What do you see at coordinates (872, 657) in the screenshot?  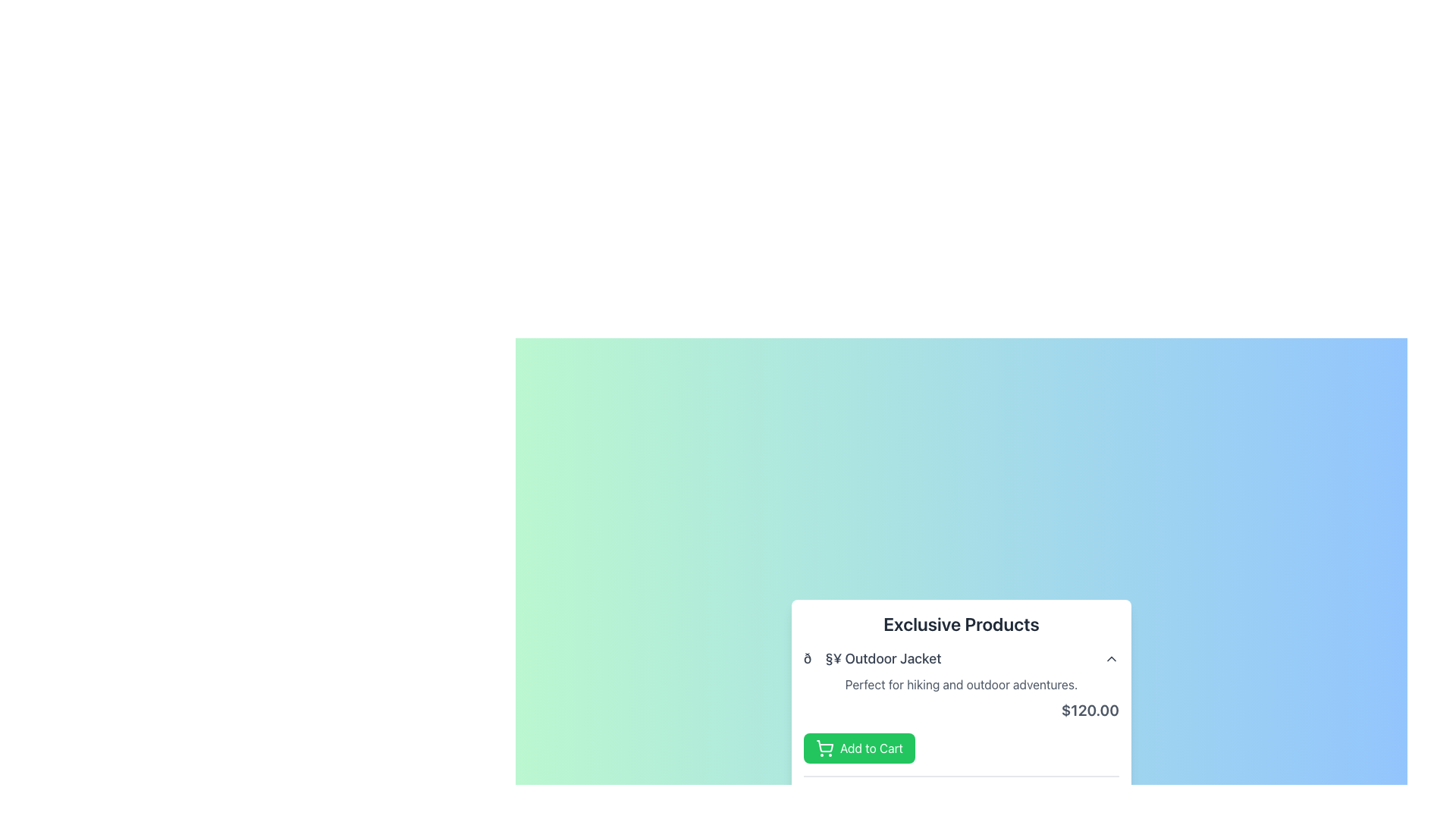 I see `the text label containing 'ð §¥ Outdoor Jacket' located at the top-left of the product card` at bounding box center [872, 657].